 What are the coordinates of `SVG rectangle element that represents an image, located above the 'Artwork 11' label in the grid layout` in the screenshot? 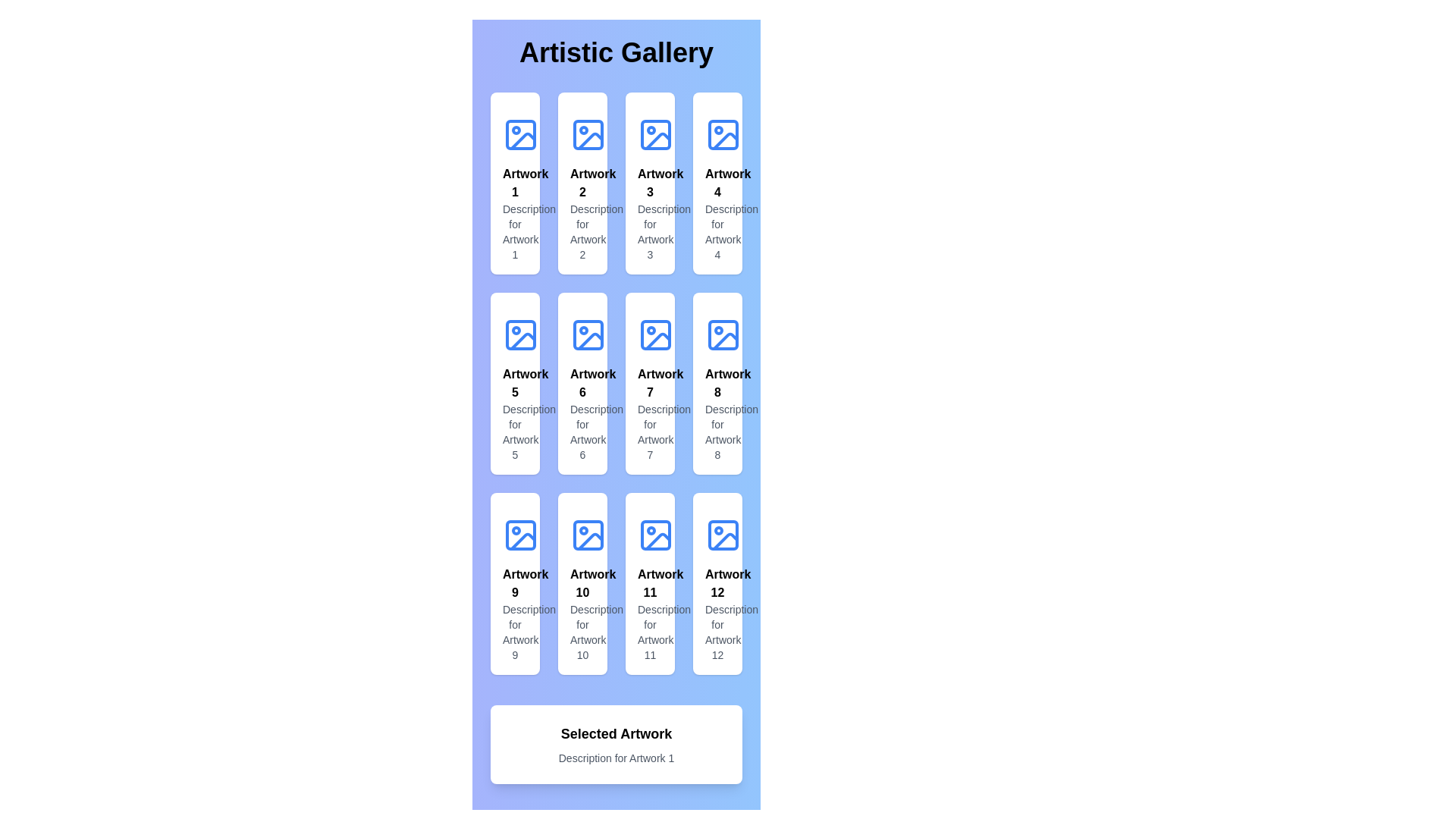 It's located at (655, 534).